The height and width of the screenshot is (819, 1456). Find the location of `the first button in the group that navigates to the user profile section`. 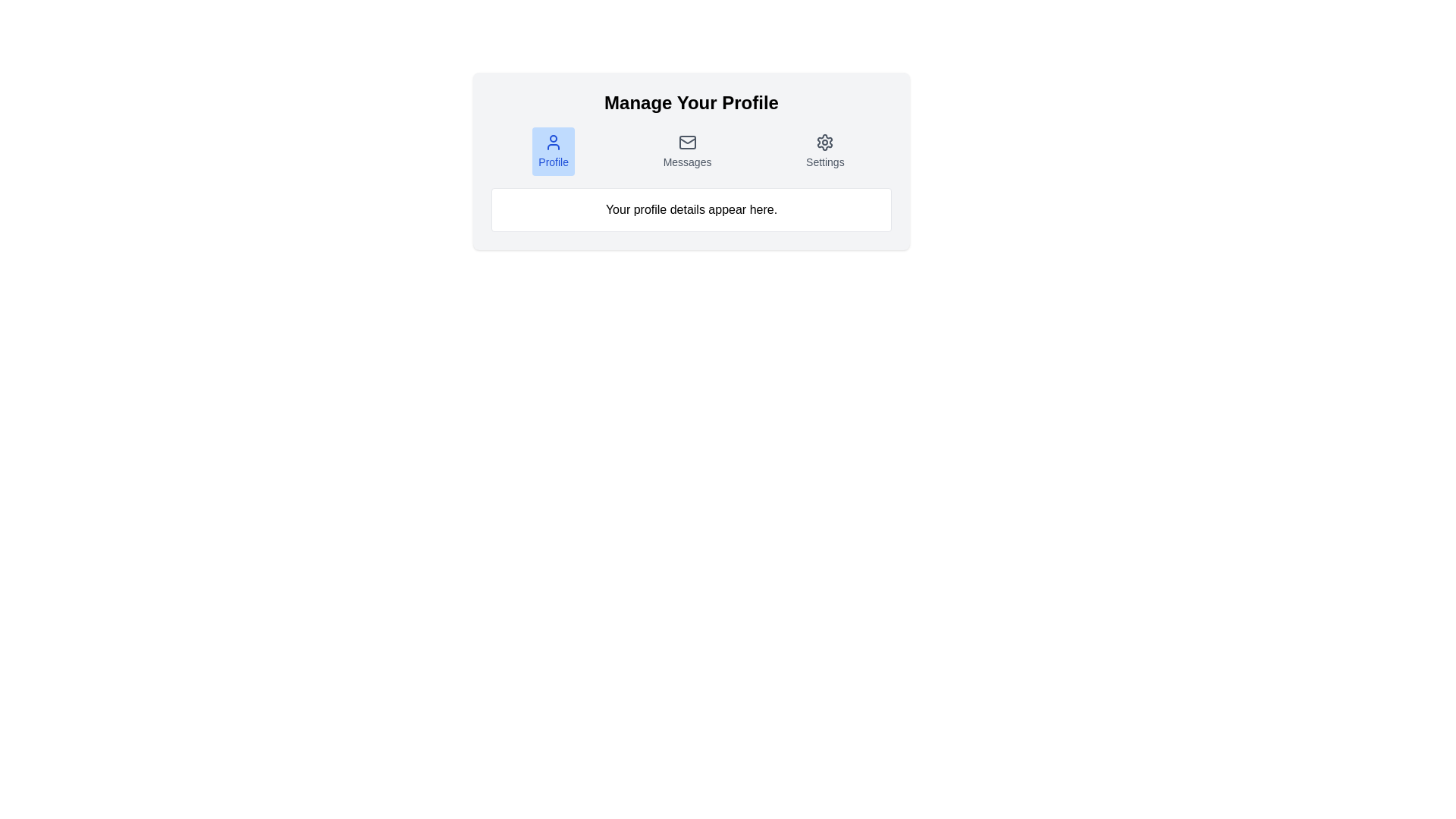

the first button in the group that navigates to the user profile section is located at coordinates (553, 152).